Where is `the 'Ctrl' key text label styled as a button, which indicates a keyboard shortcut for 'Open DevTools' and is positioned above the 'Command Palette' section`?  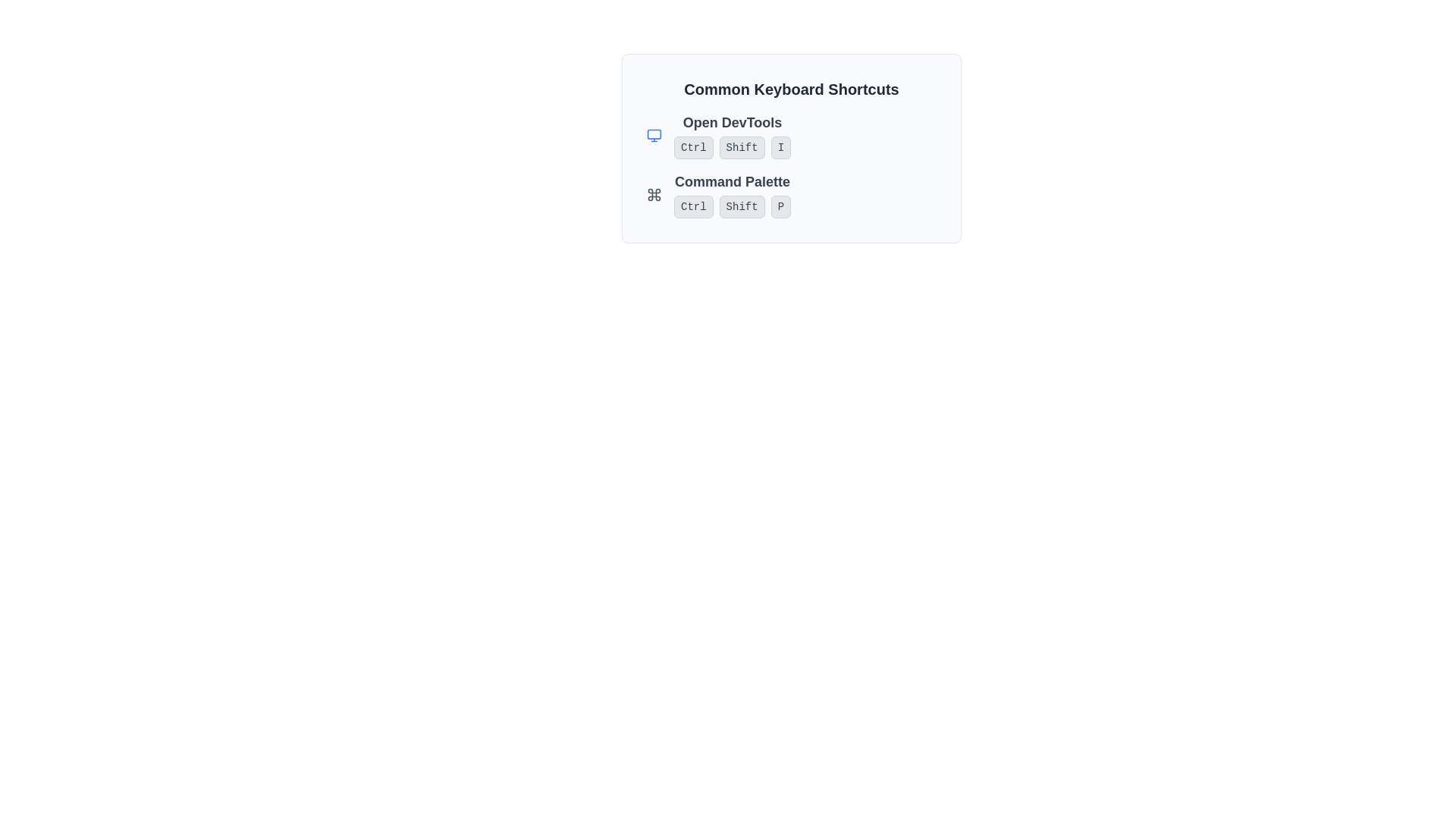 the 'Ctrl' key text label styled as a button, which indicates a keyboard shortcut for 'Open DevTools' and is positioned above the 'Command Palette' section is located at coordinates (692, 148).